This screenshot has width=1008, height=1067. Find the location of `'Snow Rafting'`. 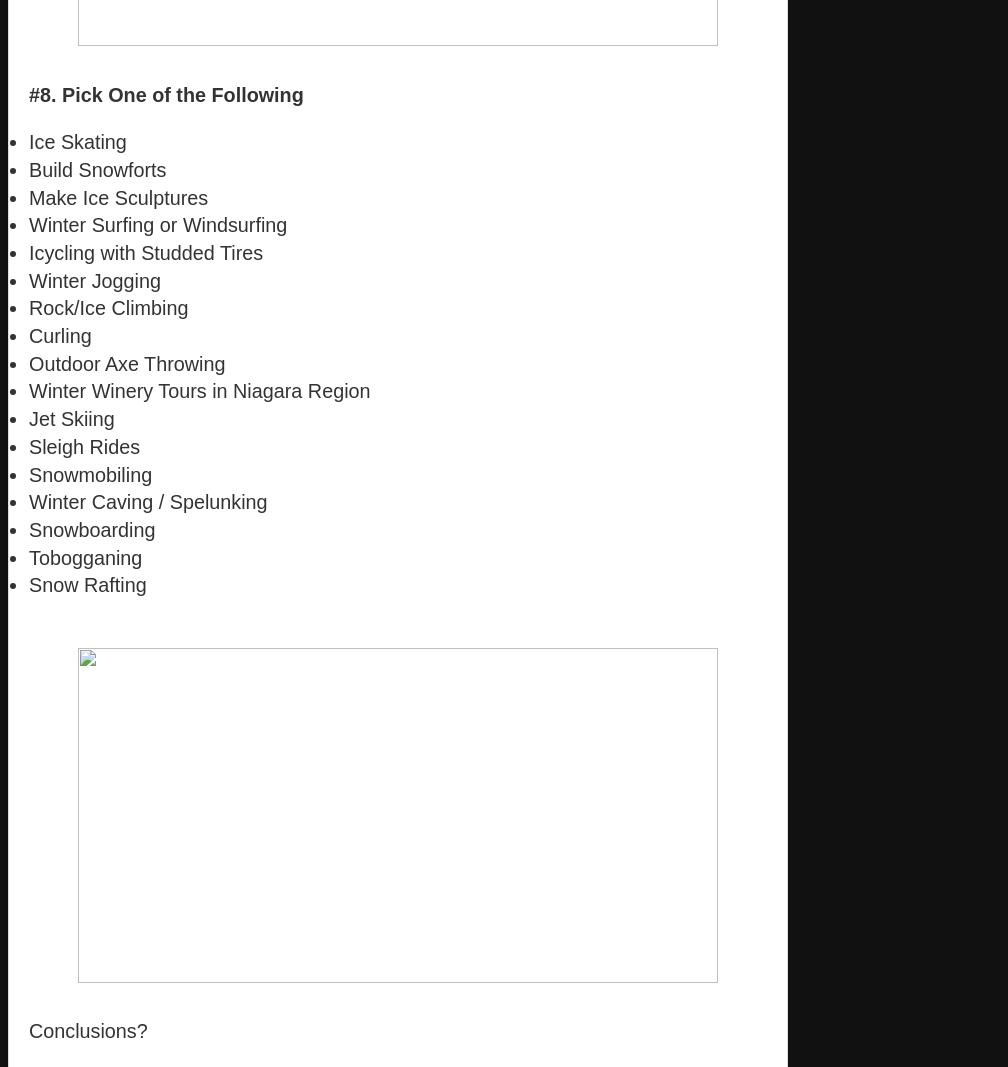

'Snow Rafting' is located at coordinates (29, 585).